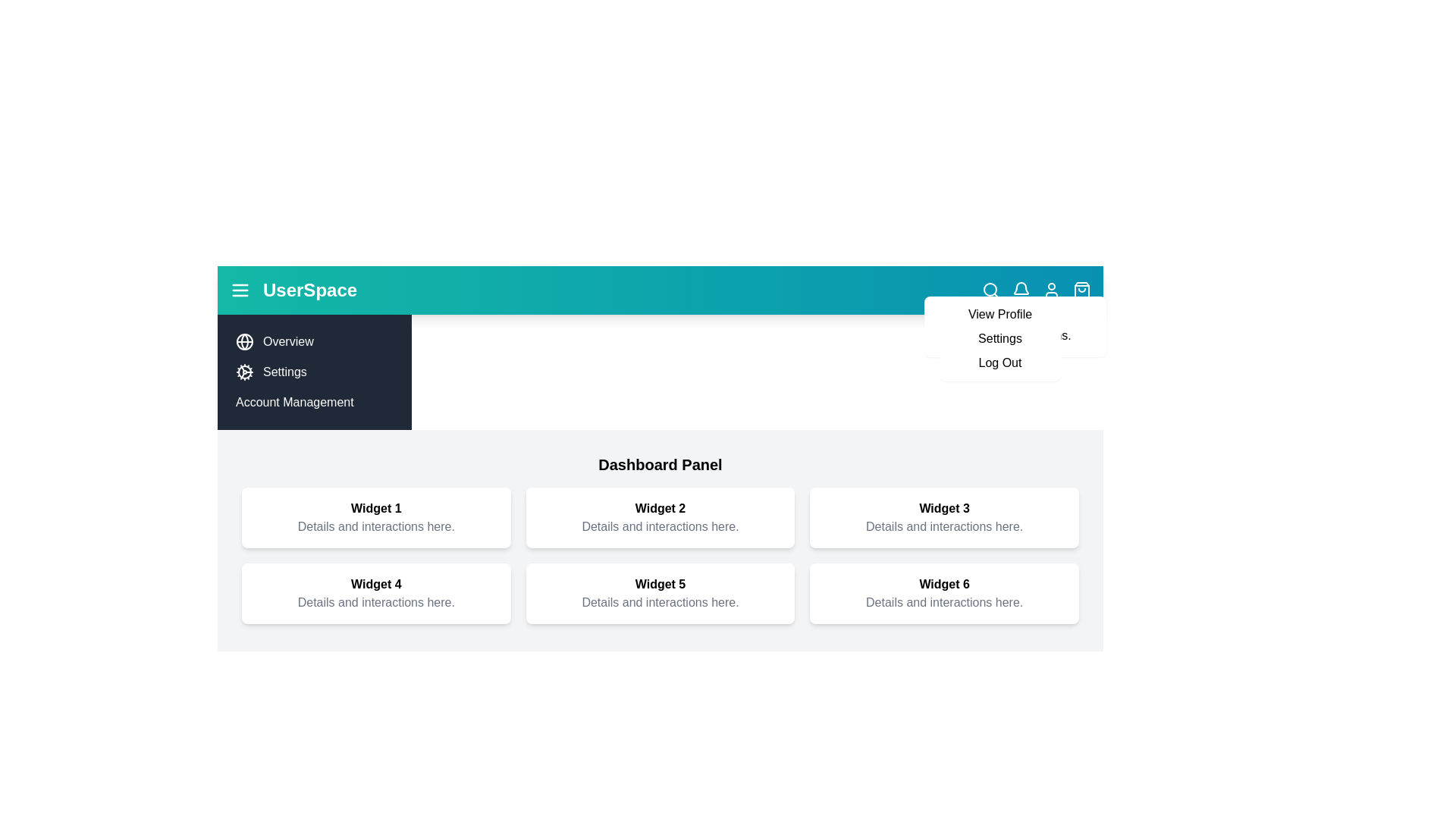 This screenshot has width=1456, height=819. What do you see at coordinates (943, 593) in the screenshot?
I see `the interactive widget card for 'Widget 6' located` at bounding box center [943, 593].